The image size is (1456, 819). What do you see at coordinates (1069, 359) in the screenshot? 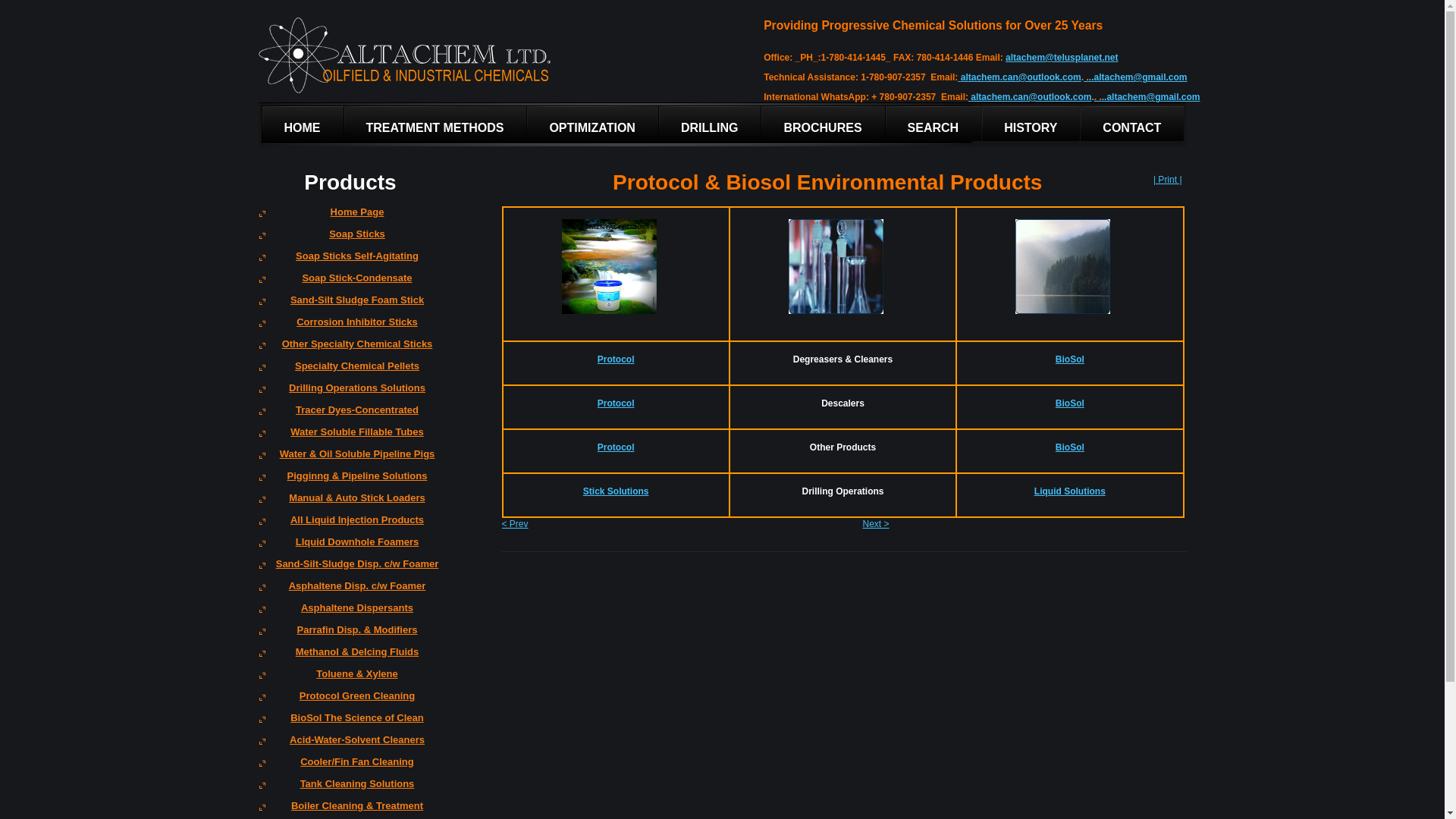
I see `'BioSol'` at bounding box center [1069, 359].